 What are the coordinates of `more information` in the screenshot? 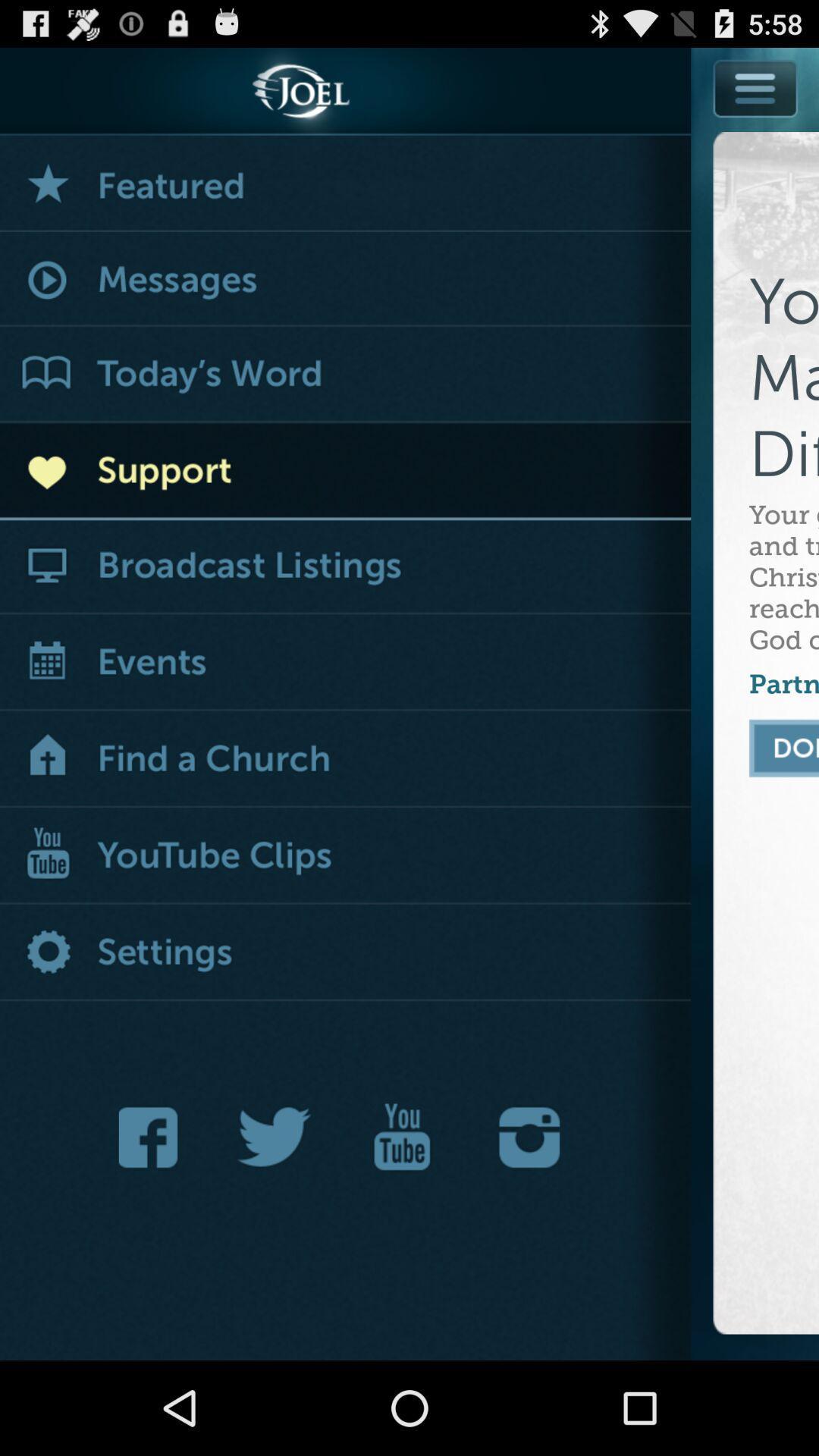 It's located at (756, 87).